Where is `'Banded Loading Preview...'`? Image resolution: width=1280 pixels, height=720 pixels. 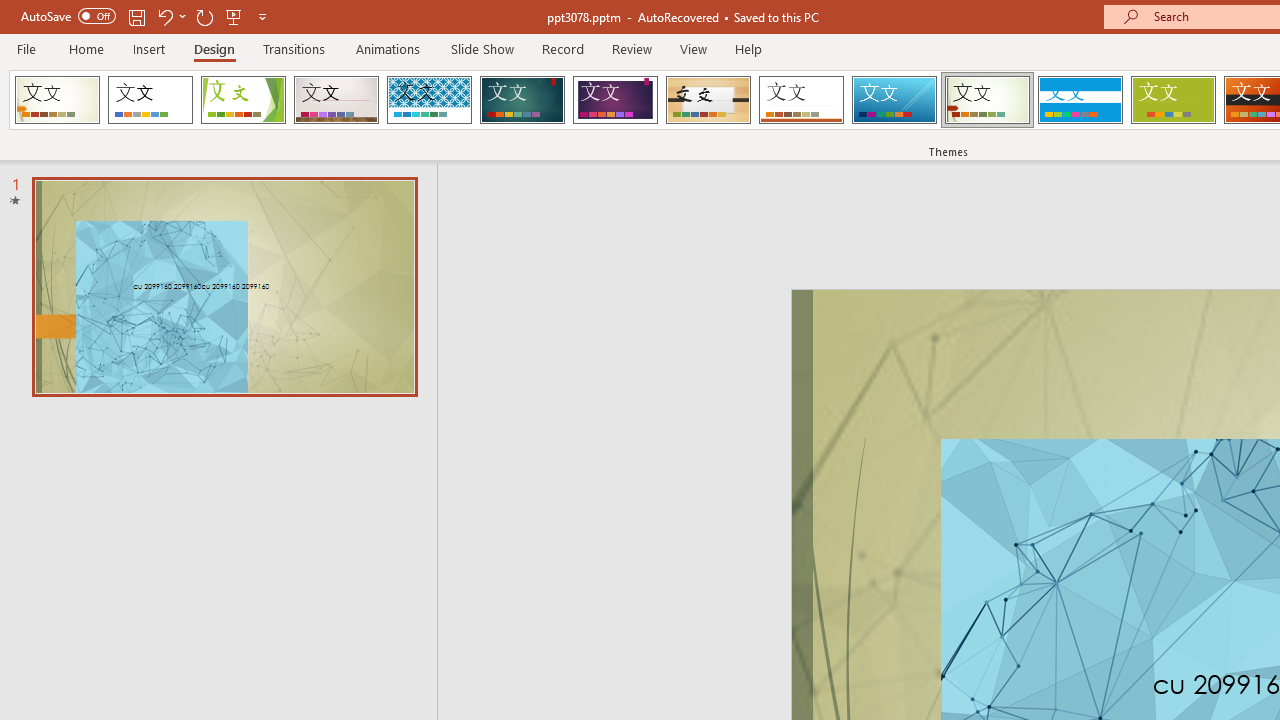
'Banded Loading Preview...' is located at coordinates (1079, 100).